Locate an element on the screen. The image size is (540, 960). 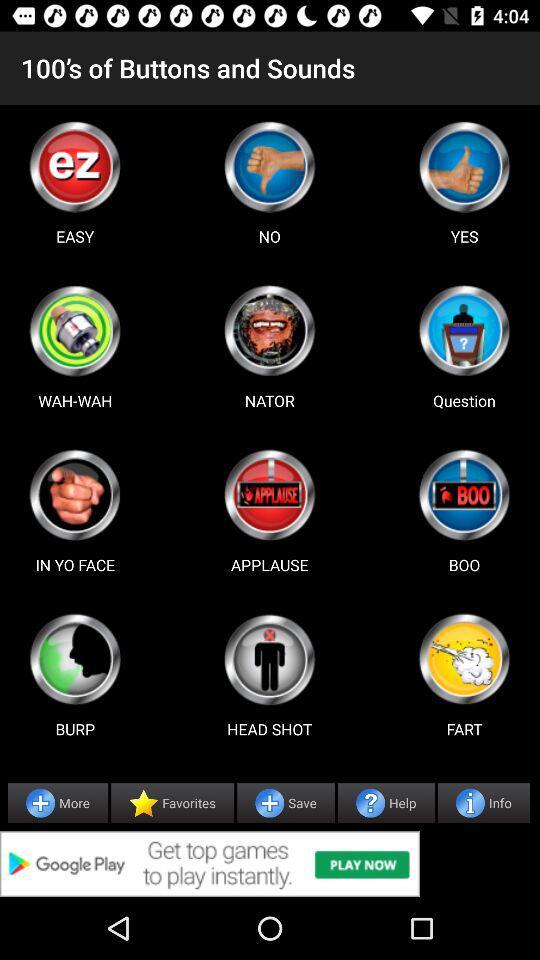
down page is located at coordinates (269, 165).